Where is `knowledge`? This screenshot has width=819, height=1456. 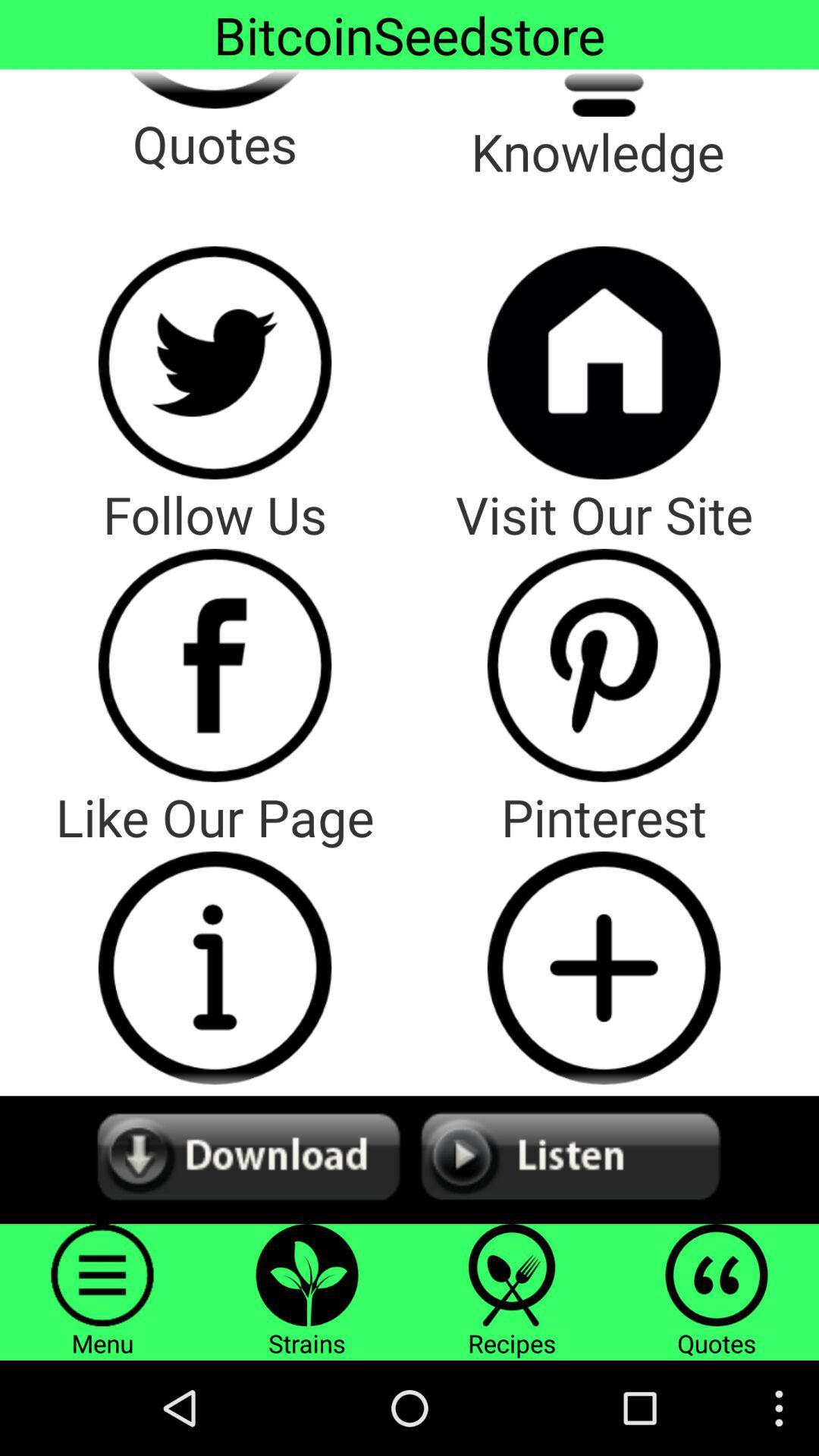
knowledge is located at coordinates (603, 92).